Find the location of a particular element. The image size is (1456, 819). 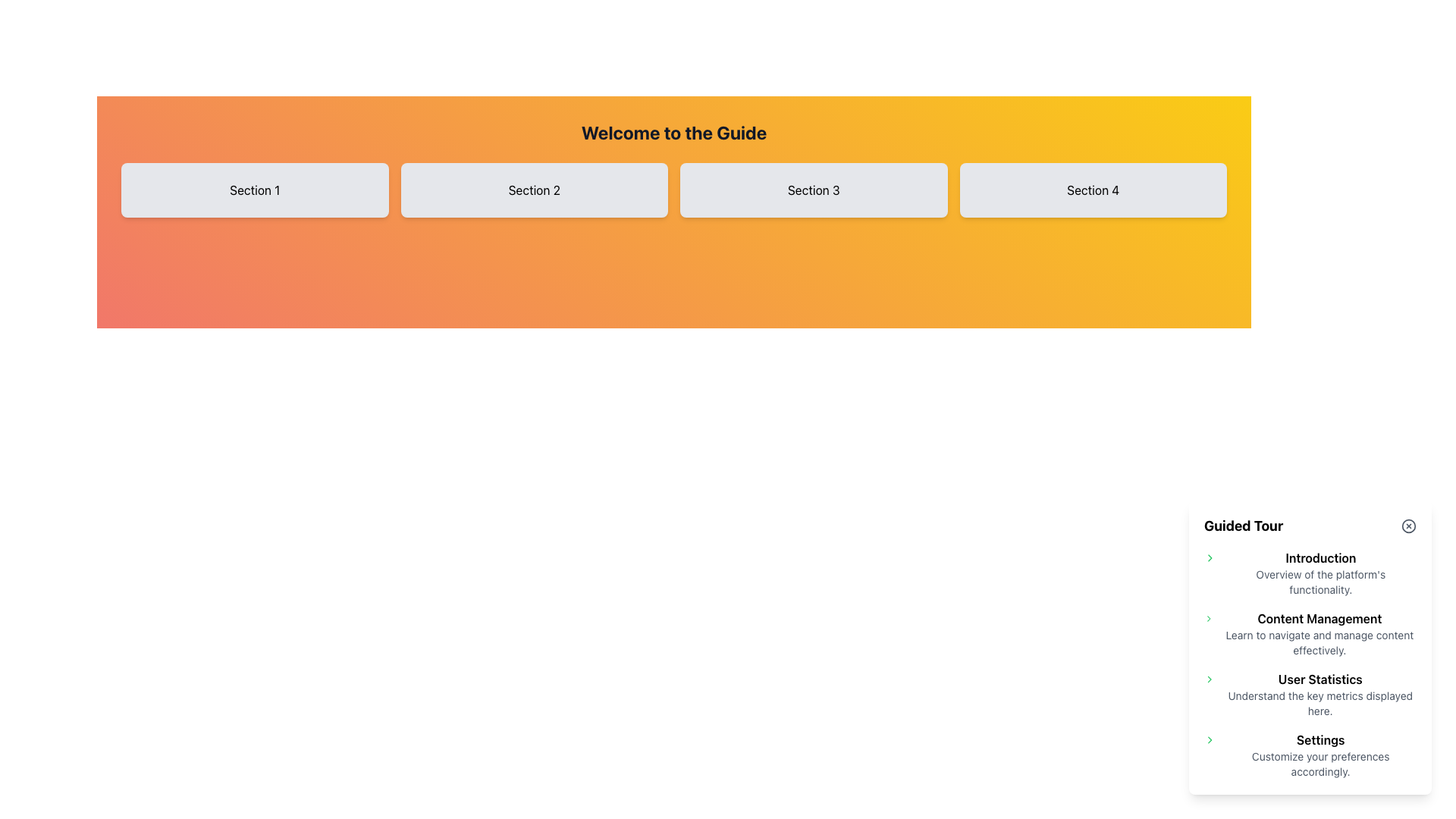

the 'Settings' element, which is a composite of a header text, body description text, and an arrow icon, located at the bottom of the guided tour list is located at coordinates (1310, 755).